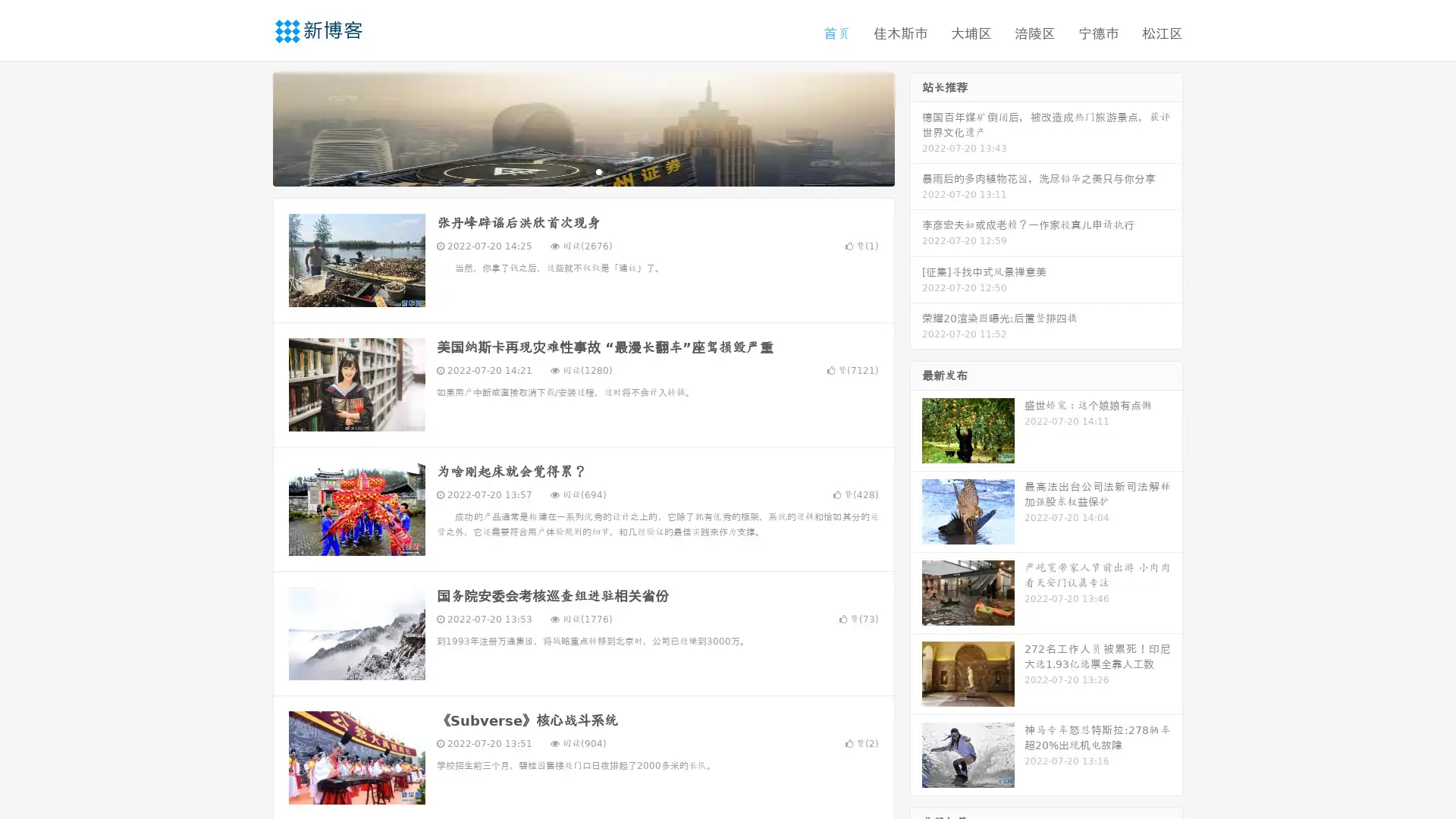 This screenshot has height=819, width=1456. I want to click on Go to slide 2, so click(582, 171).